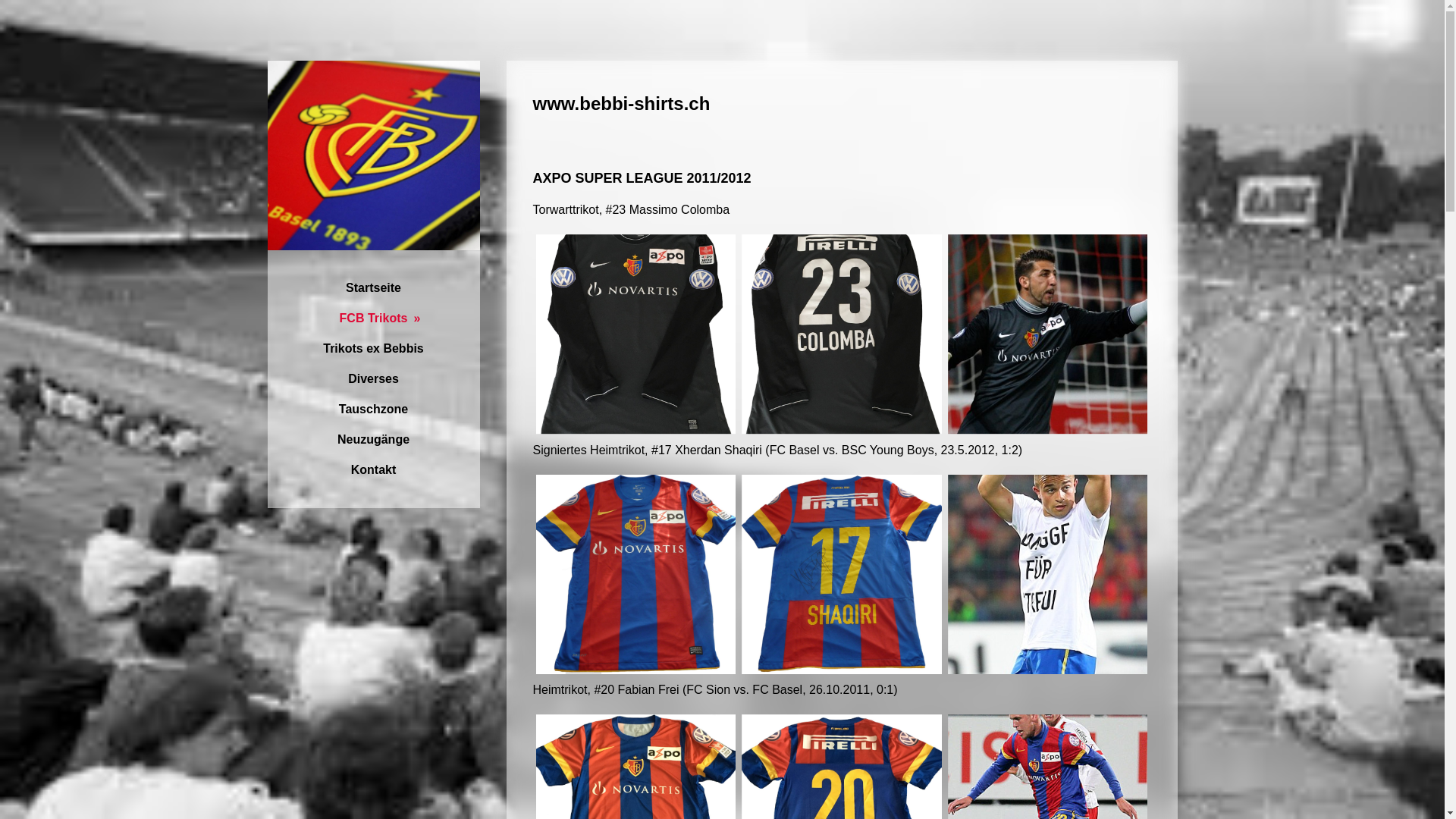 Image resolution: width=1456 pixels, height=819 pixels. What do you see at coordinates (266, 409) in the screenshot?
I see `'Tauschzone'` at bounding box center [266, 409].